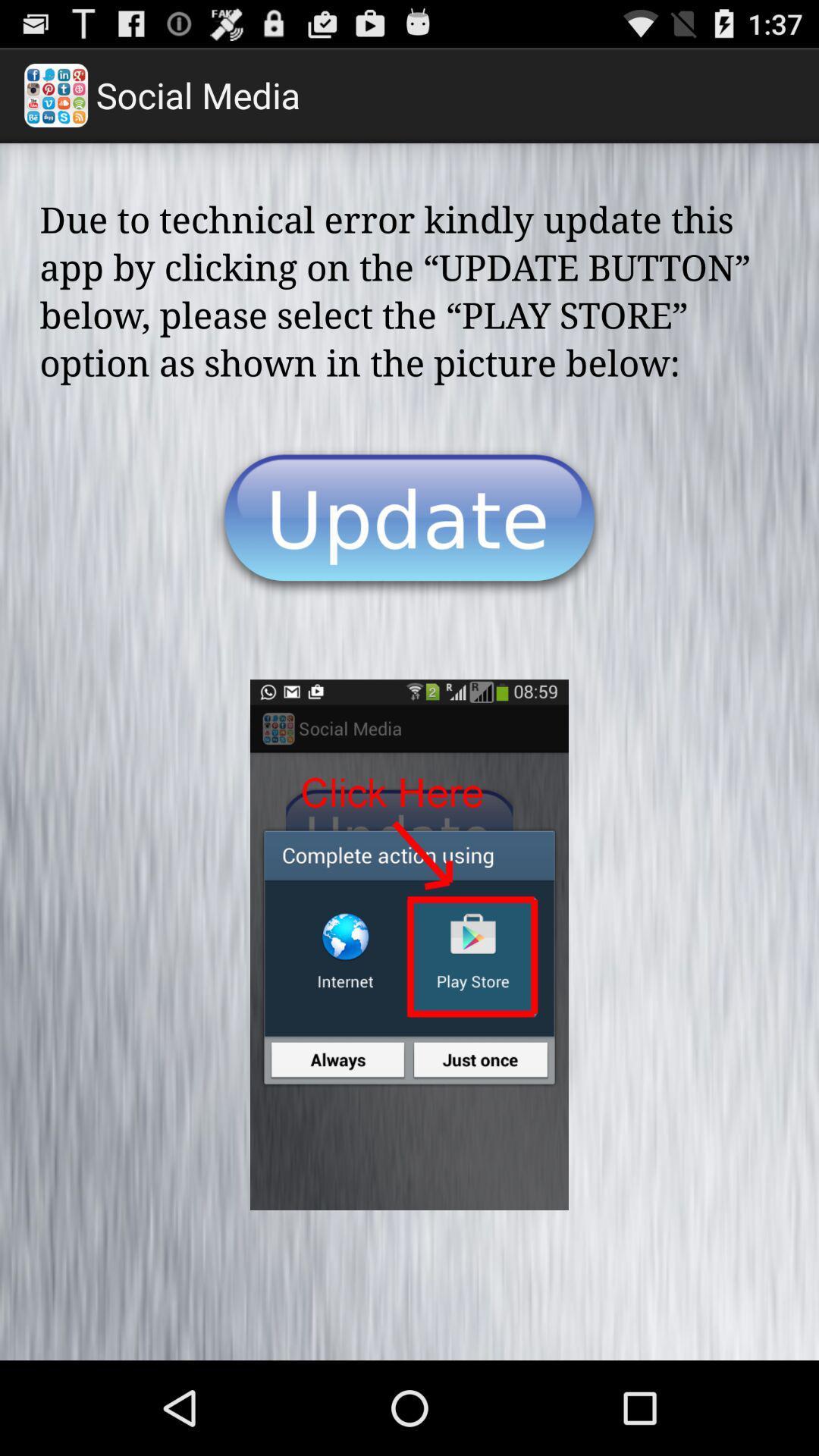 The width and height of the screenshot is (819, 1456). What do you see at coordinates (409, 522) in the screenshot?
I see `app` at bounding box center [409, 522].